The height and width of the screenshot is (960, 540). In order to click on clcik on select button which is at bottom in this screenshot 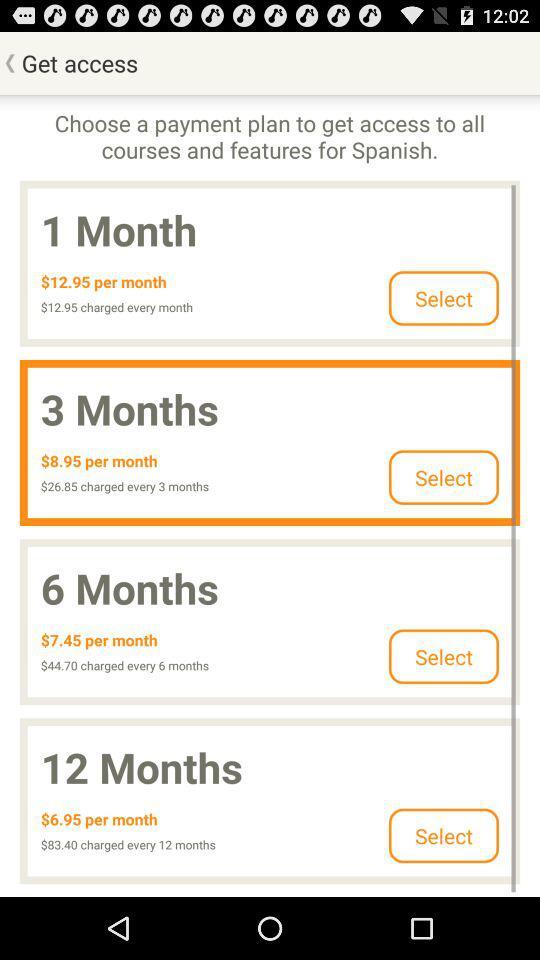, I will do `click(443, 835)`.